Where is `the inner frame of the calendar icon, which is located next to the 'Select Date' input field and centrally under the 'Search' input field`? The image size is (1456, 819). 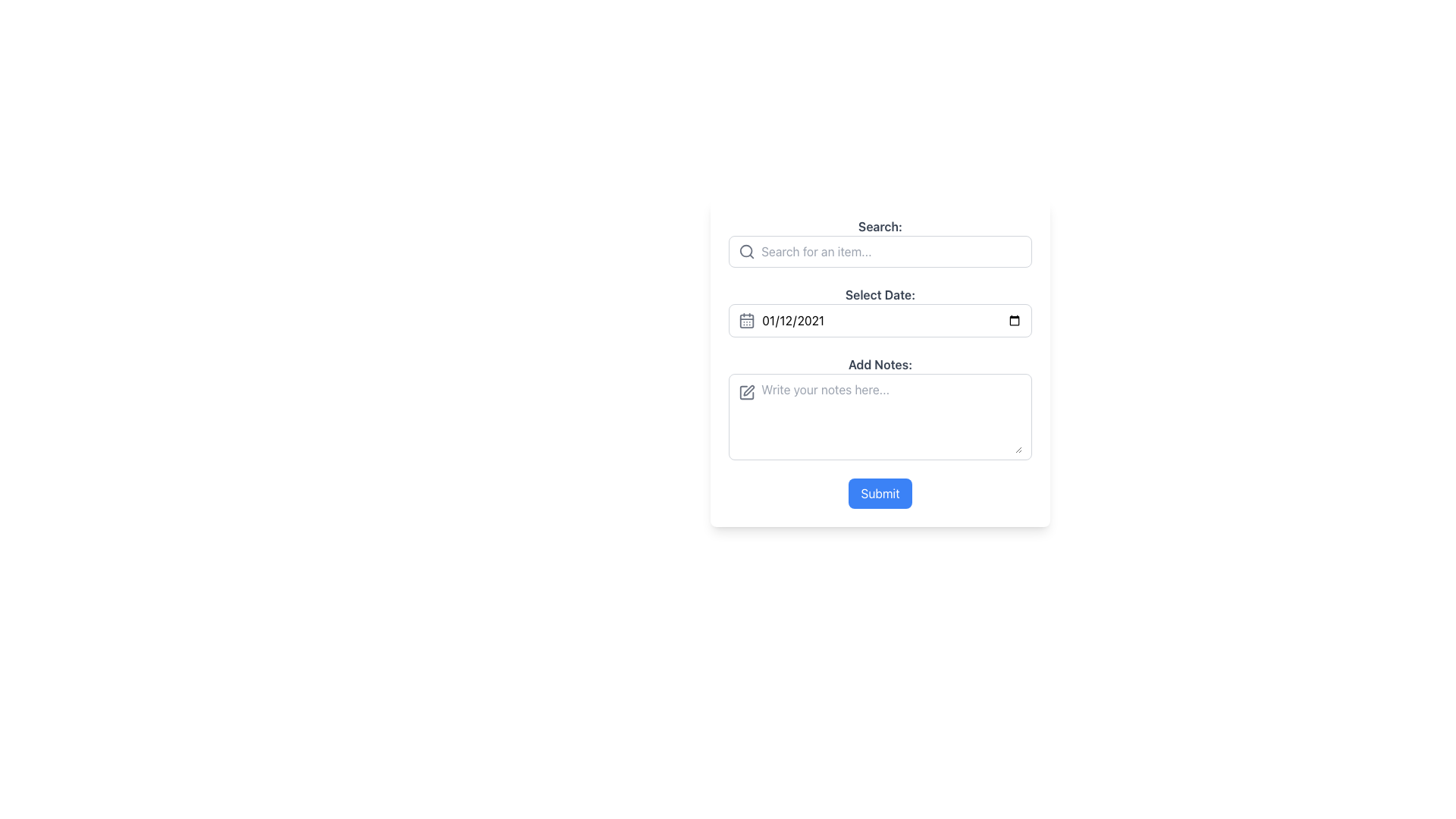
the inner frame of the calendar icon, which is located next to the 'Select Date' input field and centrally under the 'Search' input field is located at coordinates (746, 320).